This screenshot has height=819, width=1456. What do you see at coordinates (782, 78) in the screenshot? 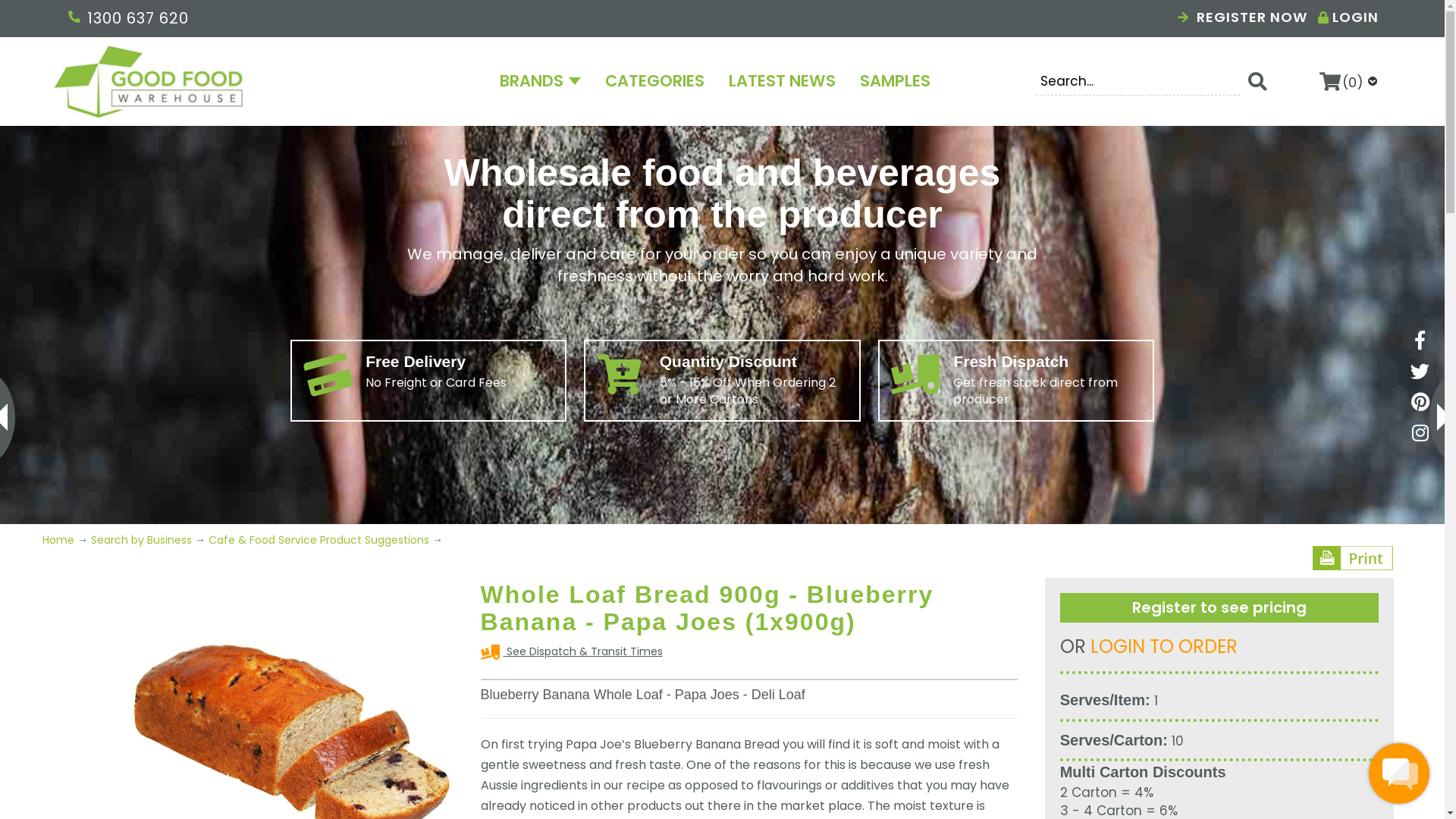
I see `'LATEST NEWS'` at bounding box center [782, 78].